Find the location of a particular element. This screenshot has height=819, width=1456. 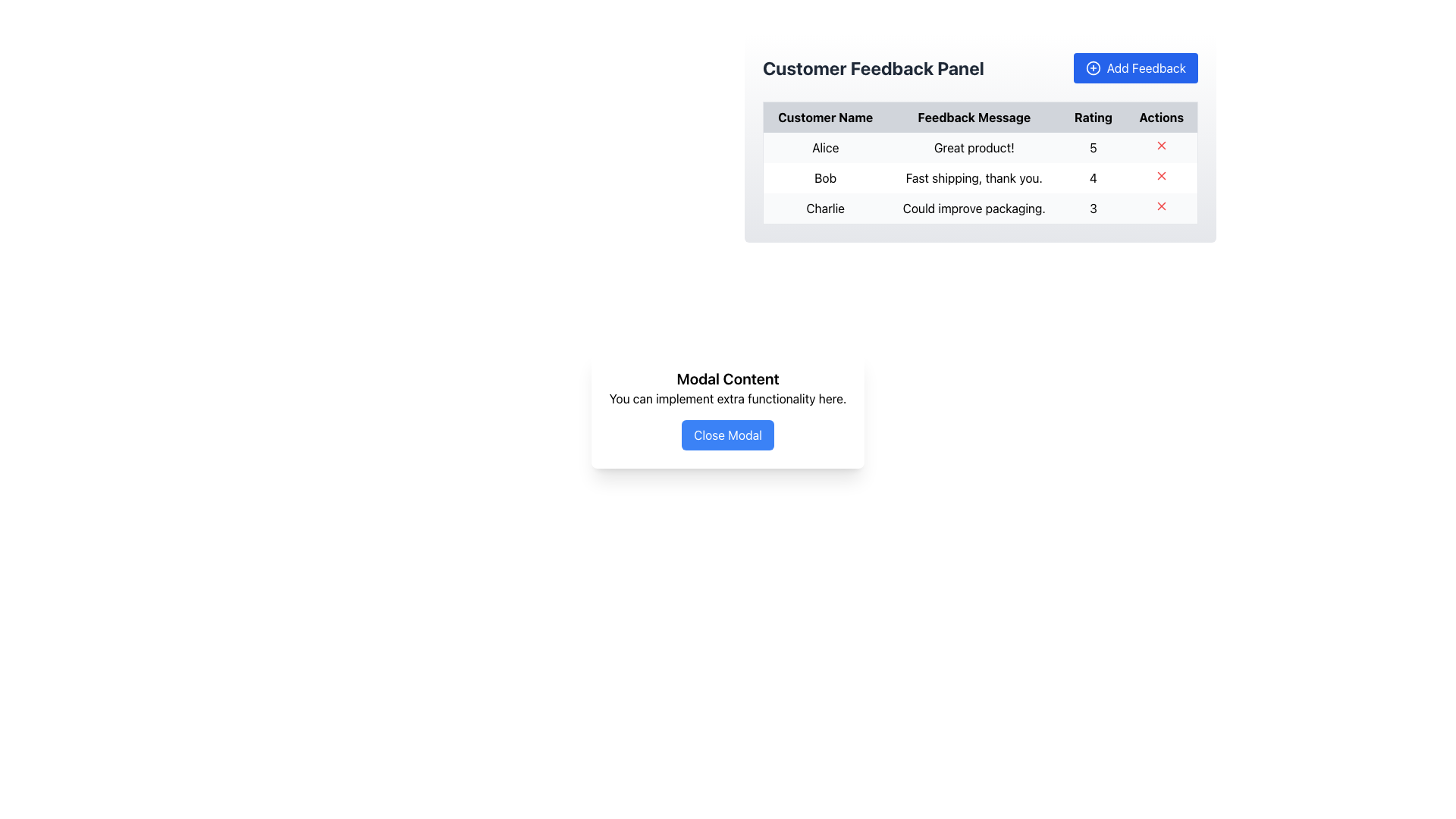

the 'Actions' label, which is the fourth column header in a table, displayed in bold black text on a light gray background is located at coordinates (1161, 116).